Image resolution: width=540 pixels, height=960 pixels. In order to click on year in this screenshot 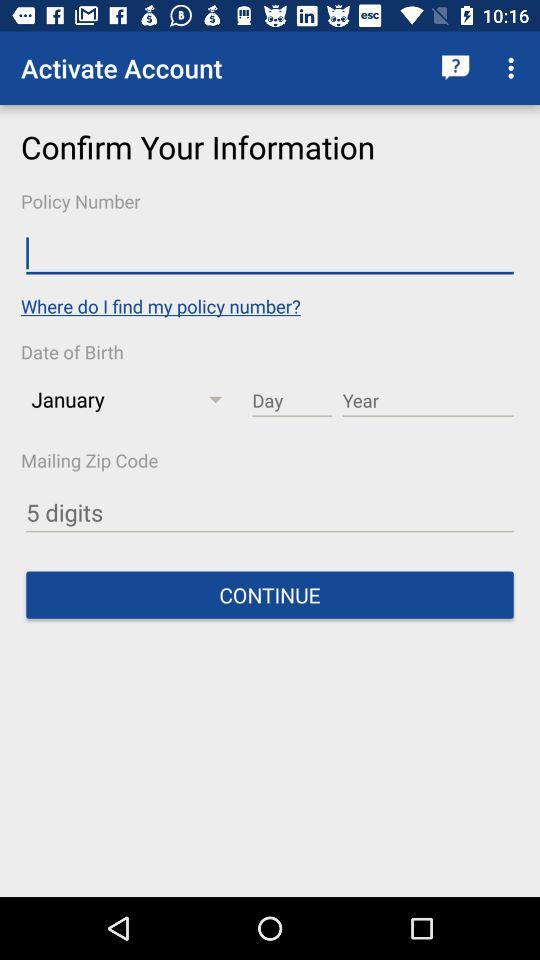, I will do `click(427, 400)`.